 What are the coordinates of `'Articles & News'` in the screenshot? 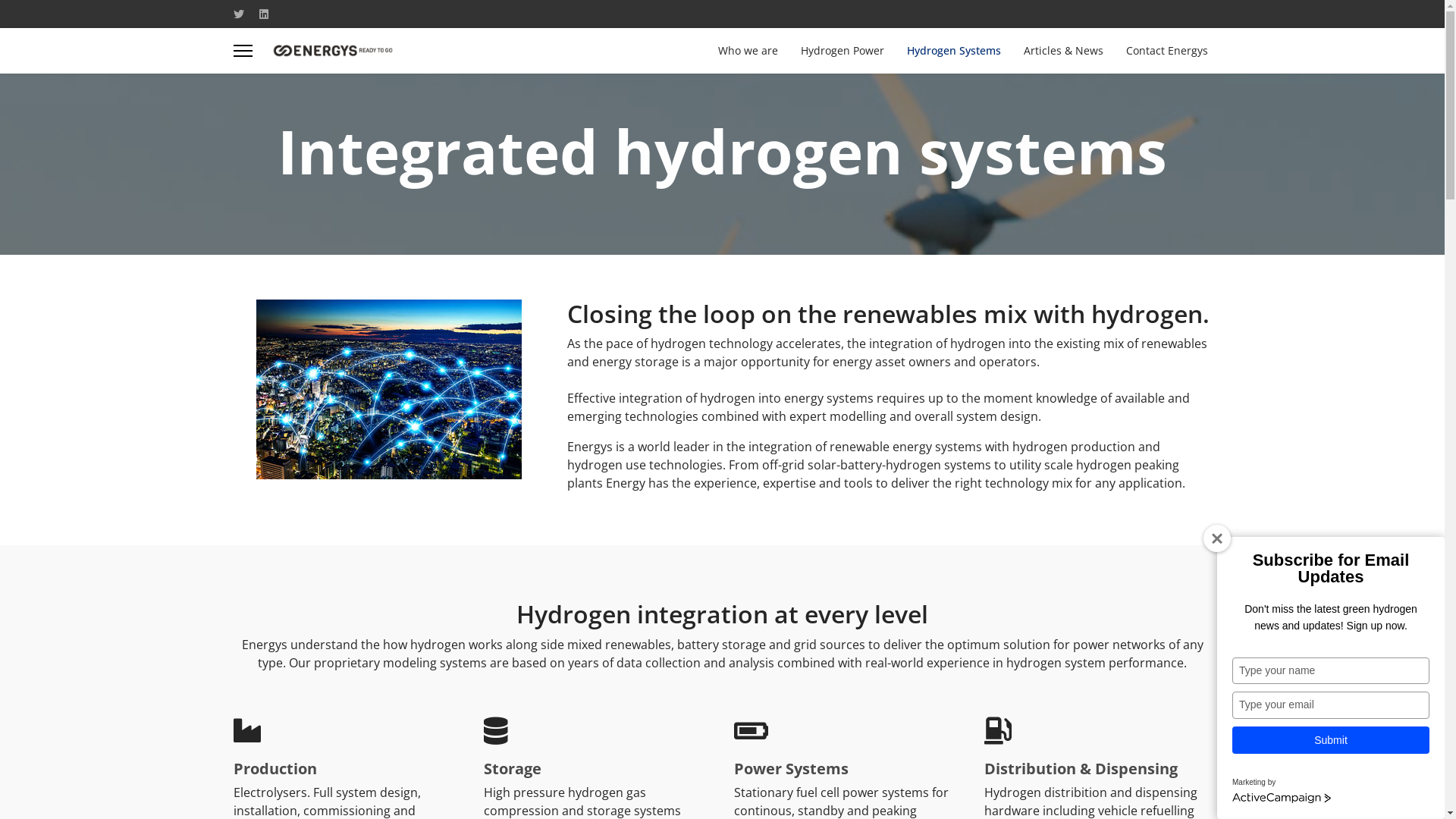 It's located at (1012, 49).